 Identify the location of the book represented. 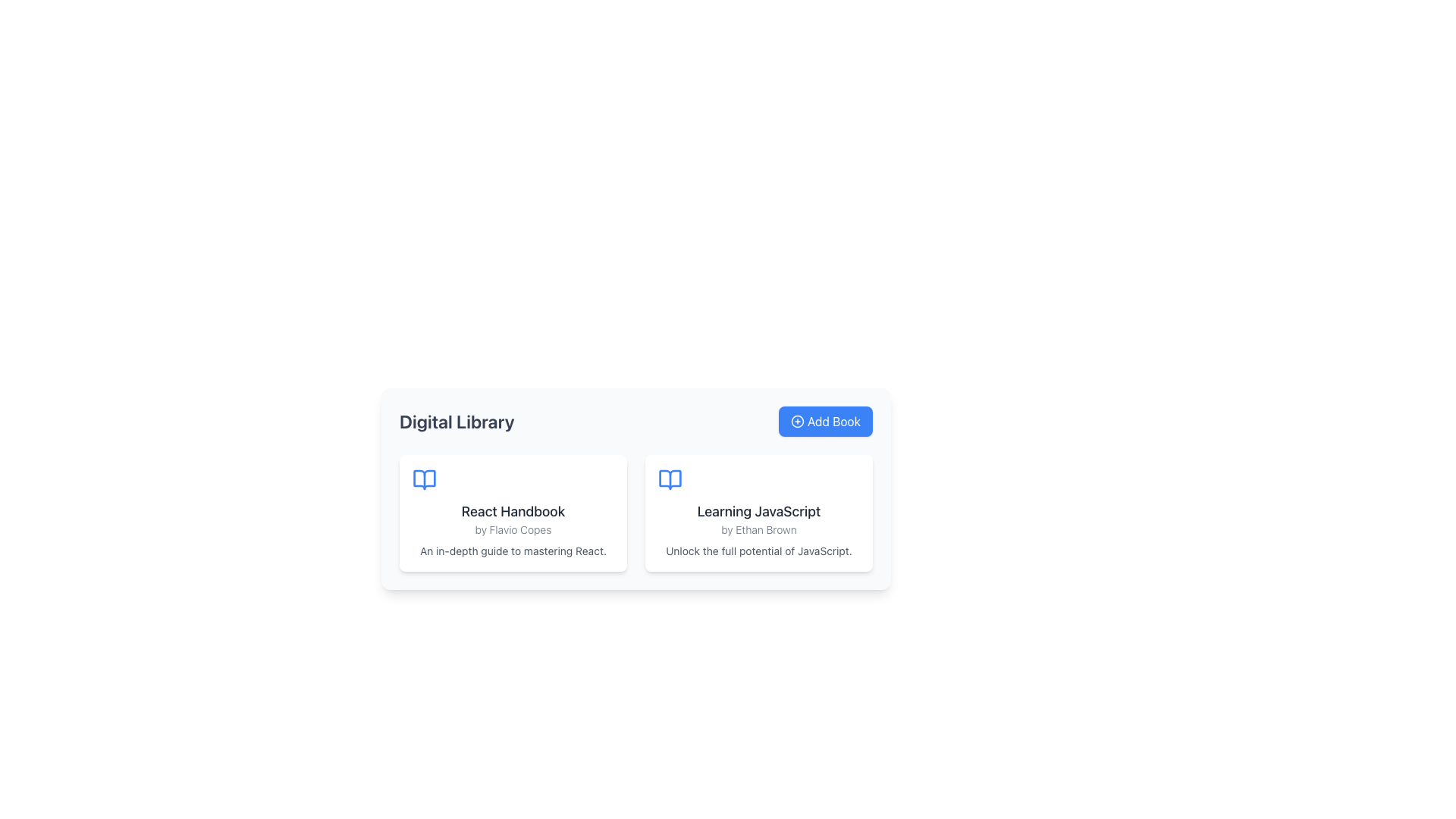
(669, 479).